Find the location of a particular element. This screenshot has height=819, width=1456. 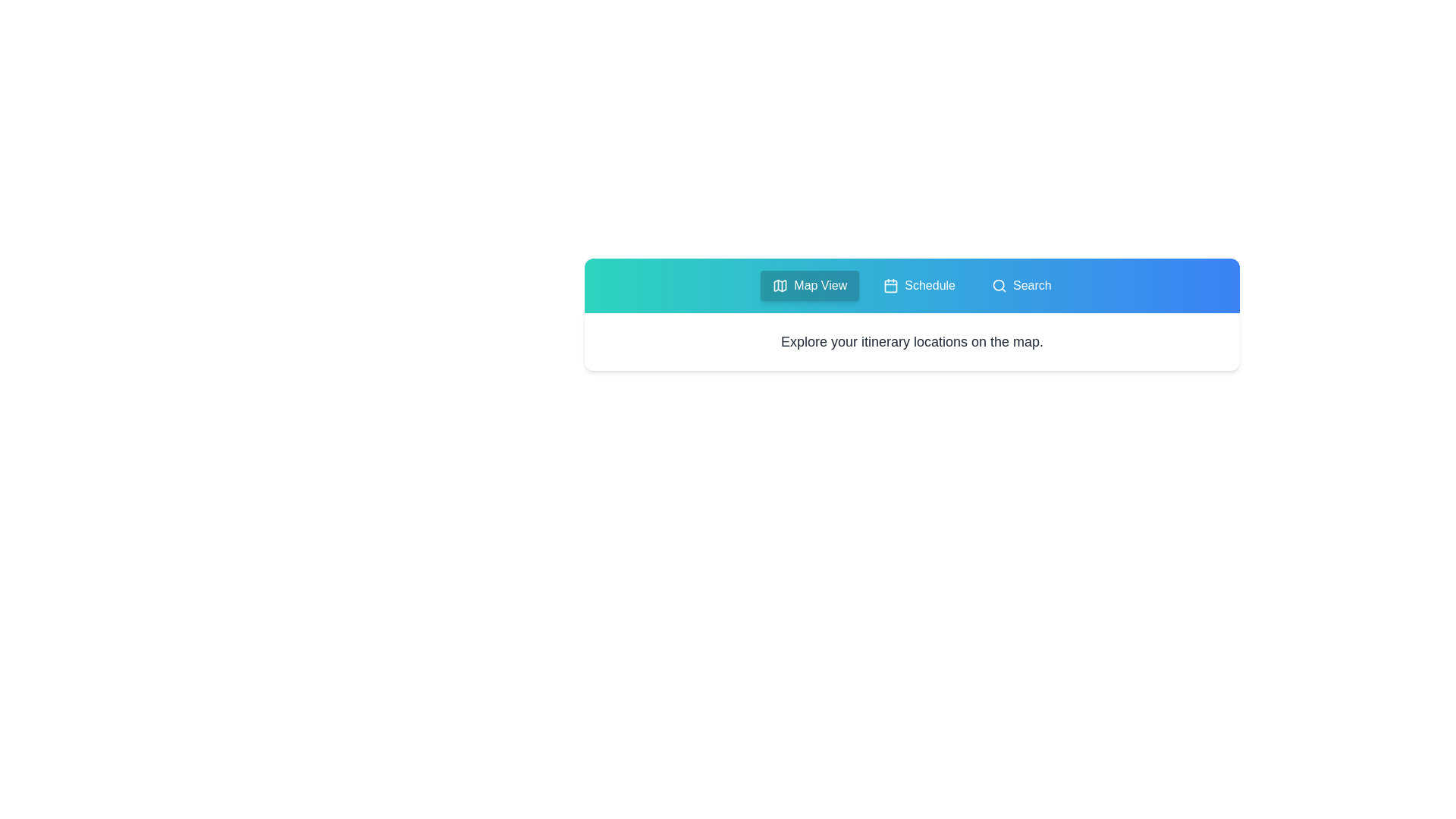

the text label displaying 'Explore your itinerary locations on the map.' which is styled in dark gray and positioned below the navigation bar is located at coordinates (912, 342).